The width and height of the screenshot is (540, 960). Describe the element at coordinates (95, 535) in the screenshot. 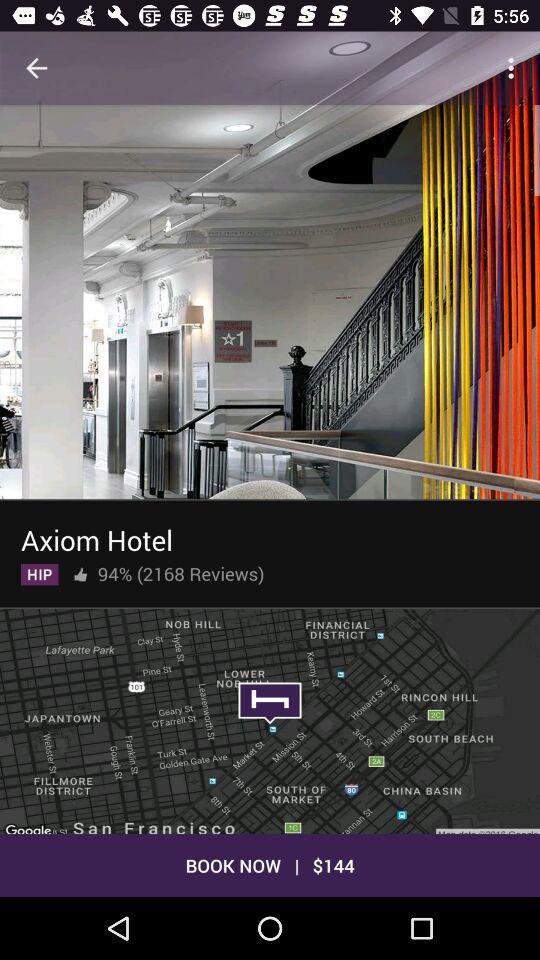

I see `the axiom hotel item` at that location.